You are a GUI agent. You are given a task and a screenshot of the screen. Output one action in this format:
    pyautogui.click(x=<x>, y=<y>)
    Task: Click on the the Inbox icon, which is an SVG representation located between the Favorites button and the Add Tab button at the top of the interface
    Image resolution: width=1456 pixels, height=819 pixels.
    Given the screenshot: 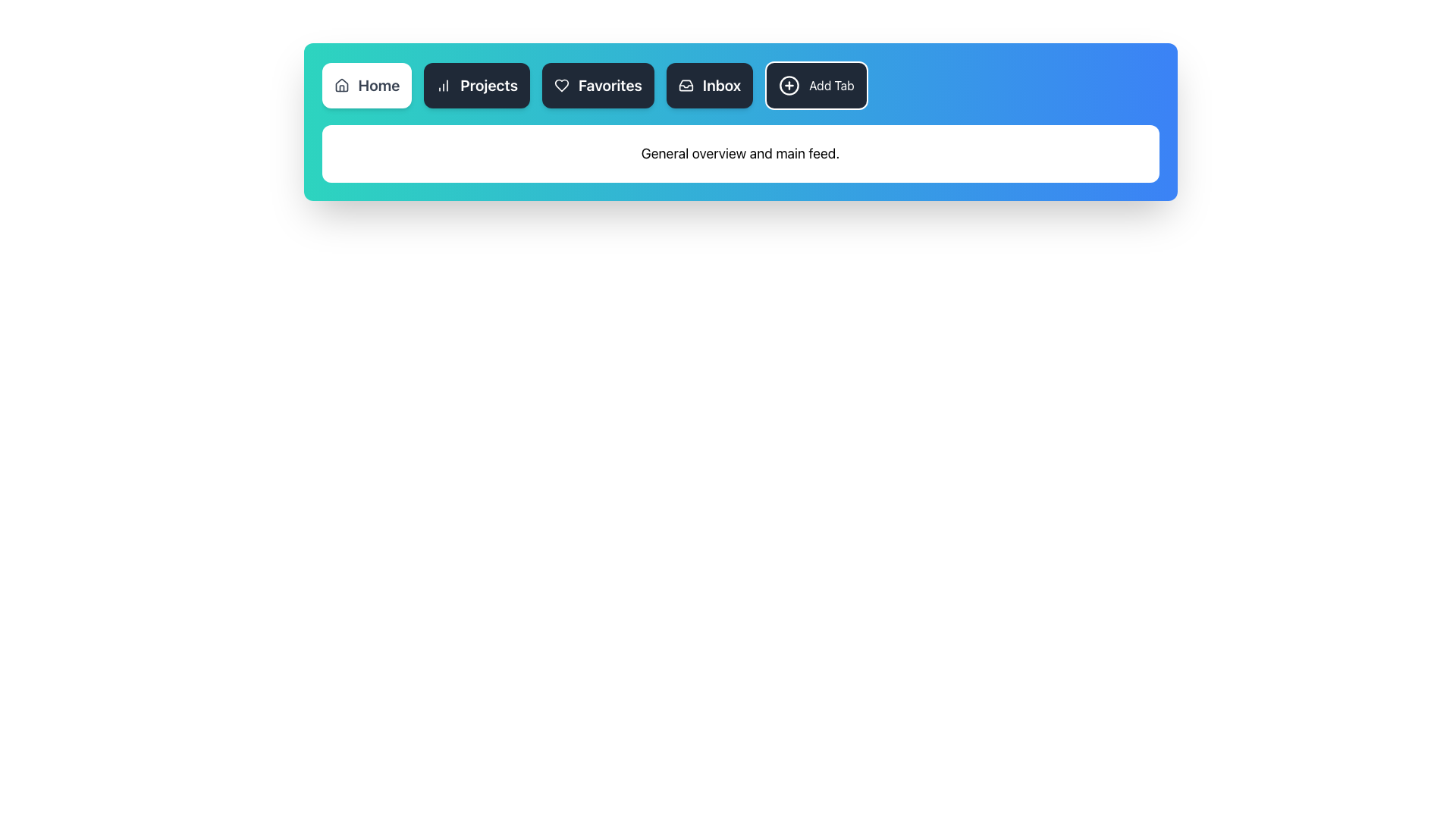 What is the action you would take?
    pyautogui.click(x=685, y=85)
    